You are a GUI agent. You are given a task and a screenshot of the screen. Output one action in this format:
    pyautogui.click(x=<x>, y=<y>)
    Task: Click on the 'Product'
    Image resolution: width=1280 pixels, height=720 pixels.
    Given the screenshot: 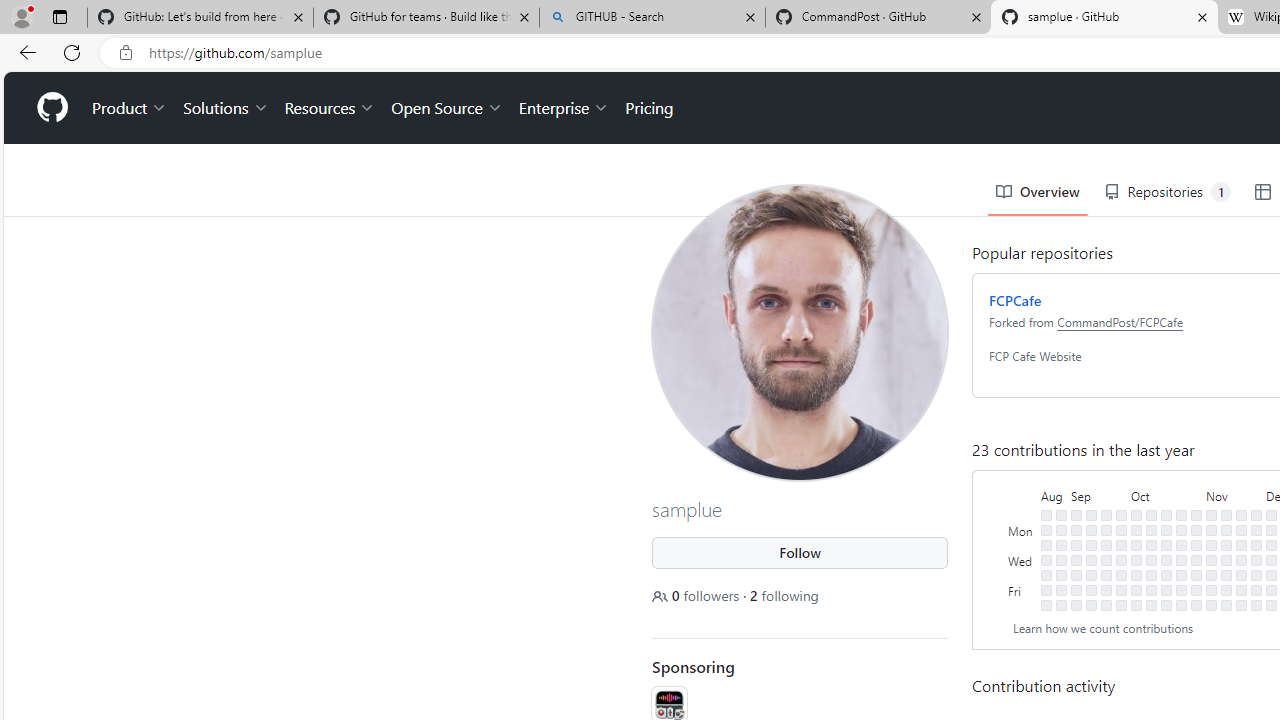 What is the action you would take?
    pyautogui.click(x=129, y=108)
    